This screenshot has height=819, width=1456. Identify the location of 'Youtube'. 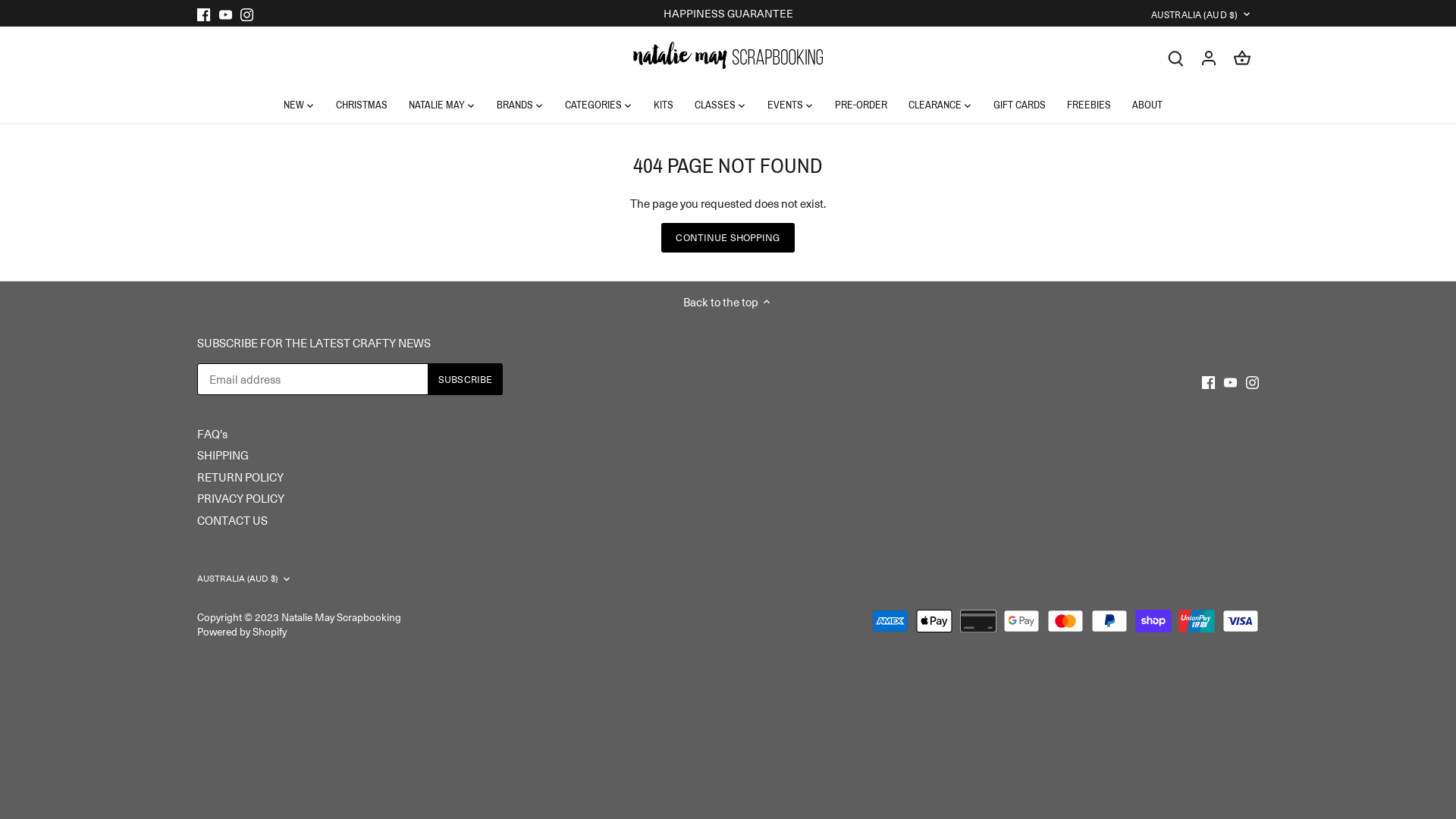
(218, 13).